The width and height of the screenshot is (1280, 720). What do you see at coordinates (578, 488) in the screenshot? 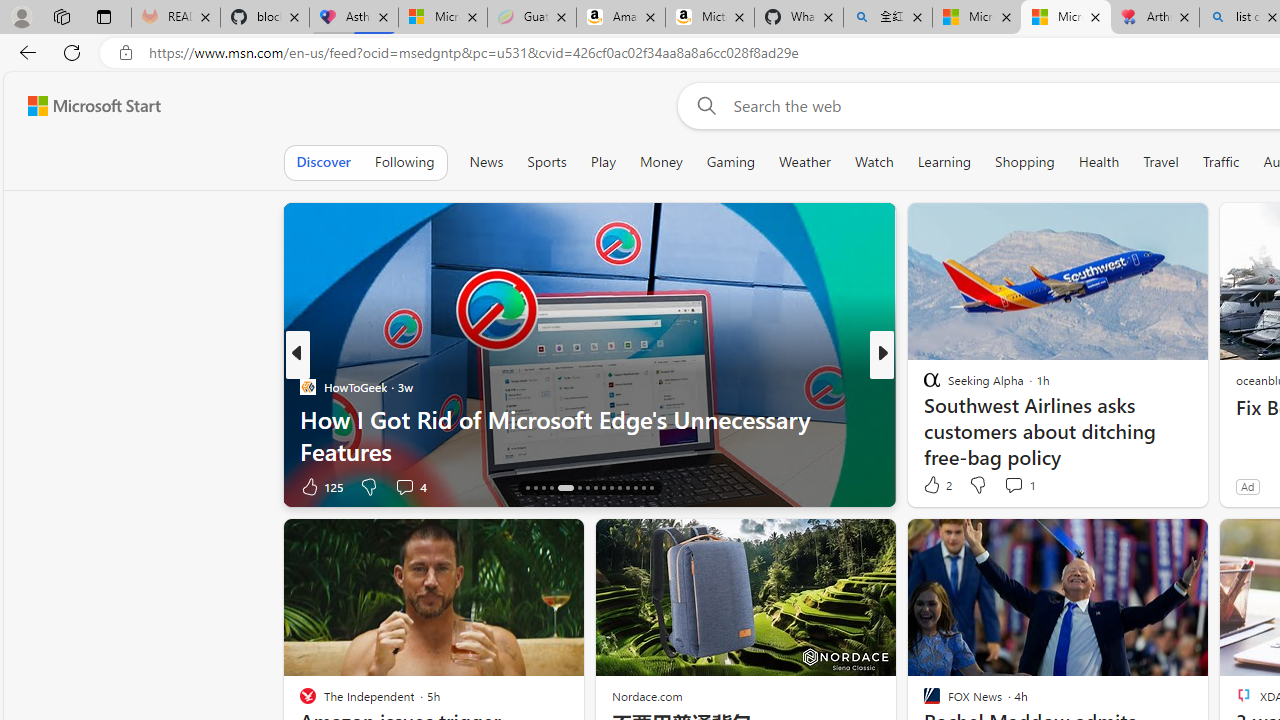
I see `'AutomationID: tab-21'` at bounding box center [578, 488].